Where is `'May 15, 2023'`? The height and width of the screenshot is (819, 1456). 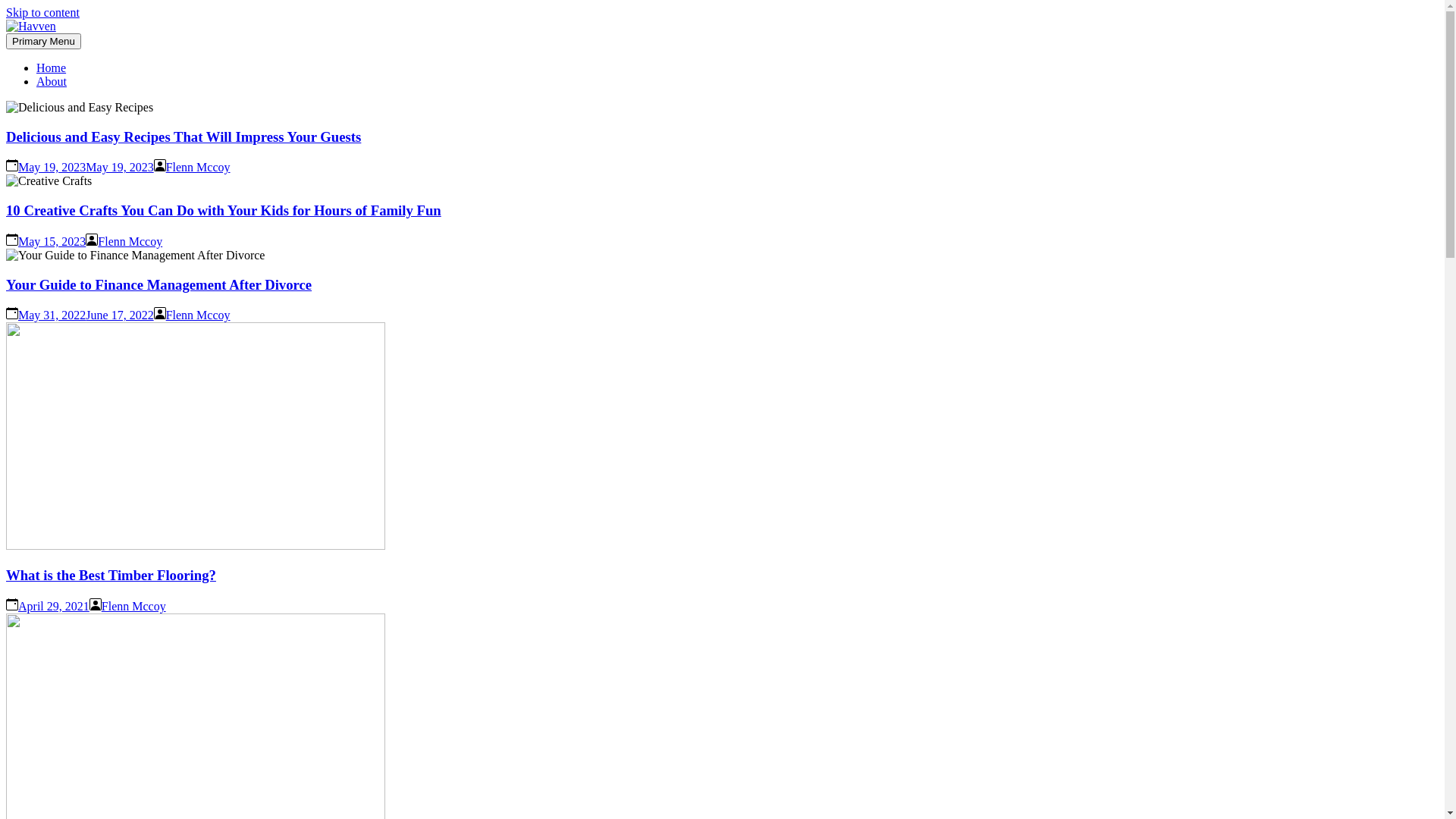 'May 15, 2023' is located at coordinates (18, 240).